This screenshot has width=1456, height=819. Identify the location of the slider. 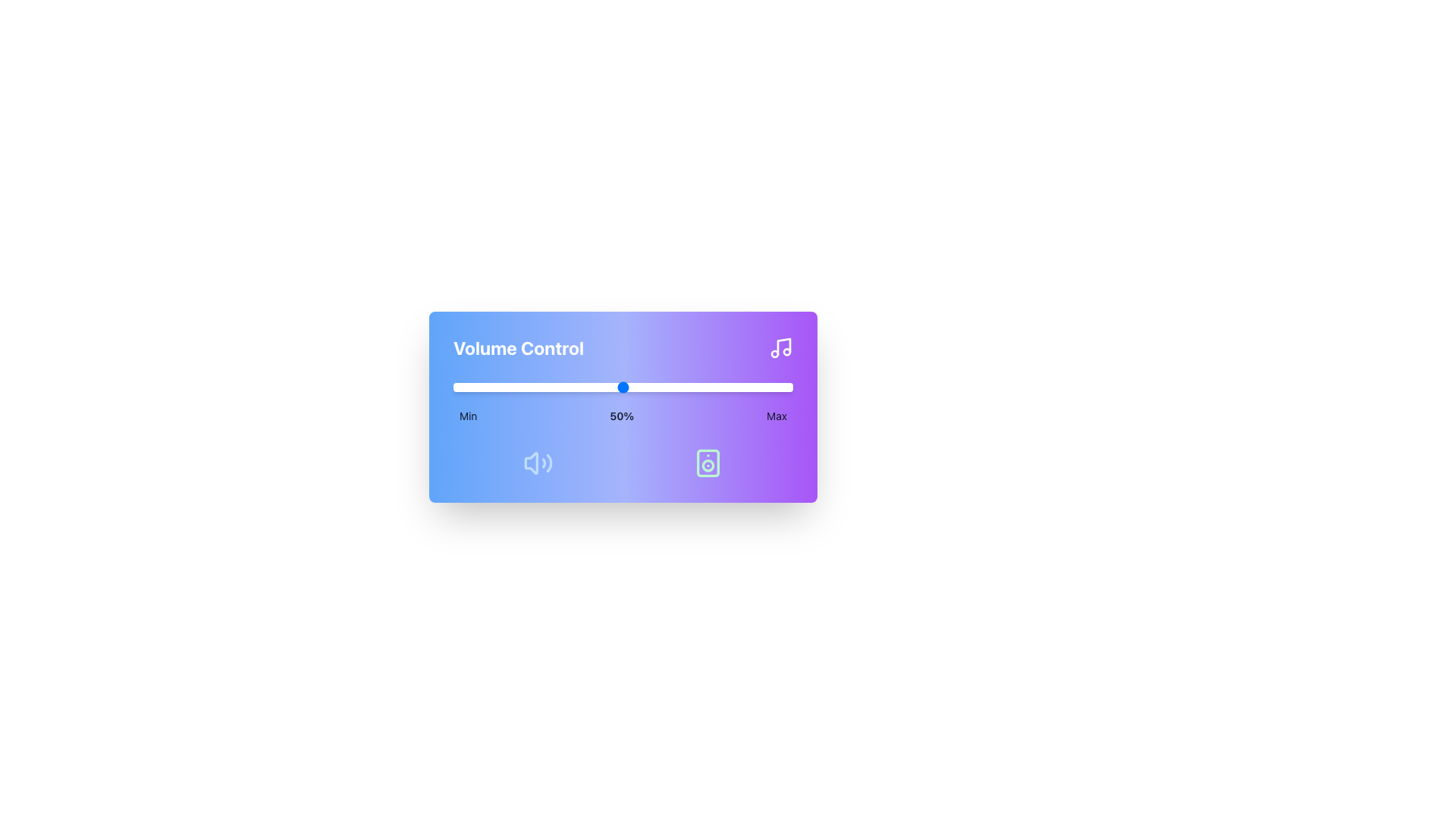
(786, 386).